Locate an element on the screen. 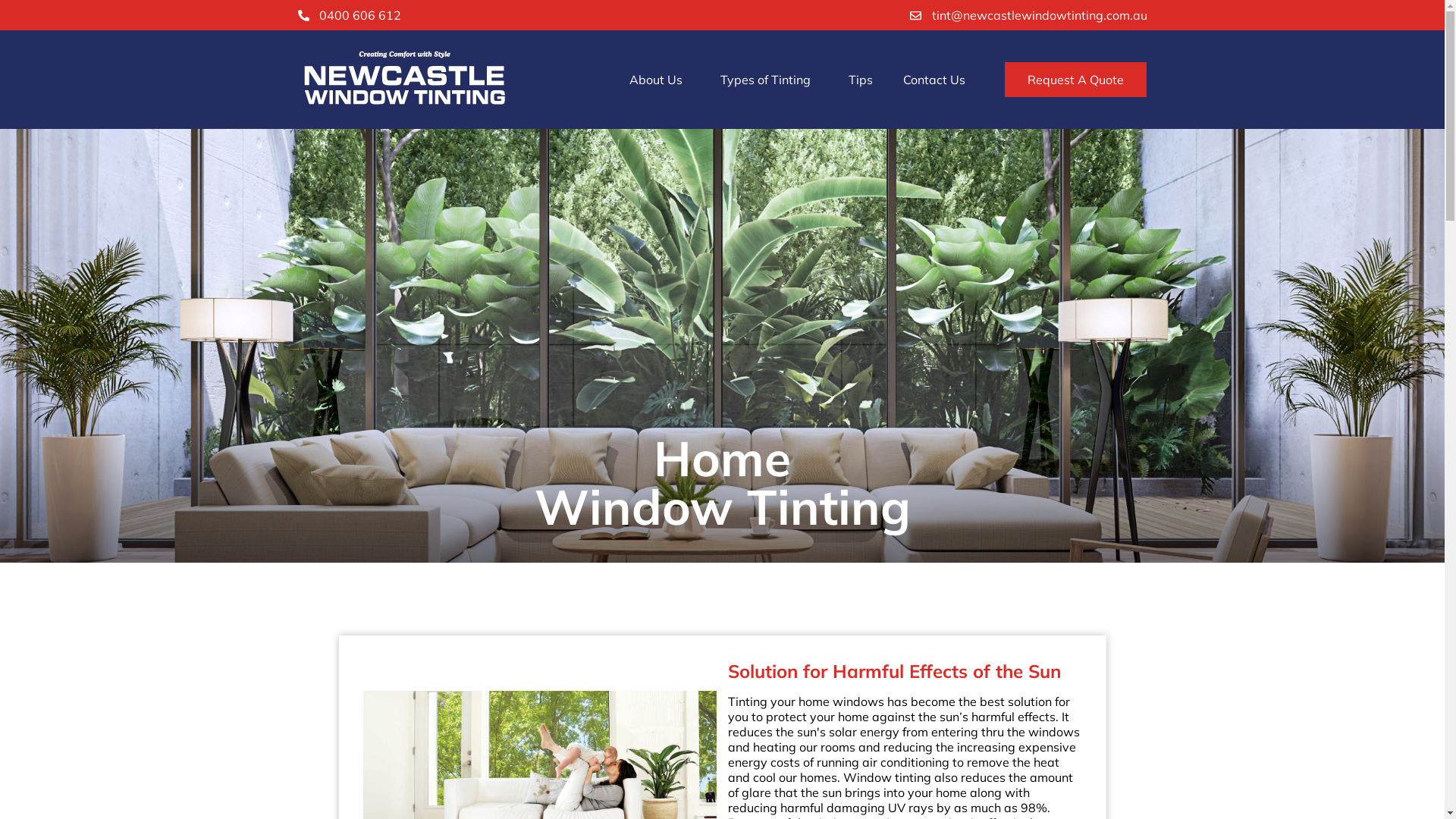 The width and height of the screenshot is (1456, 819). 'Types of Tinting' is located at coordinates (704, 79).